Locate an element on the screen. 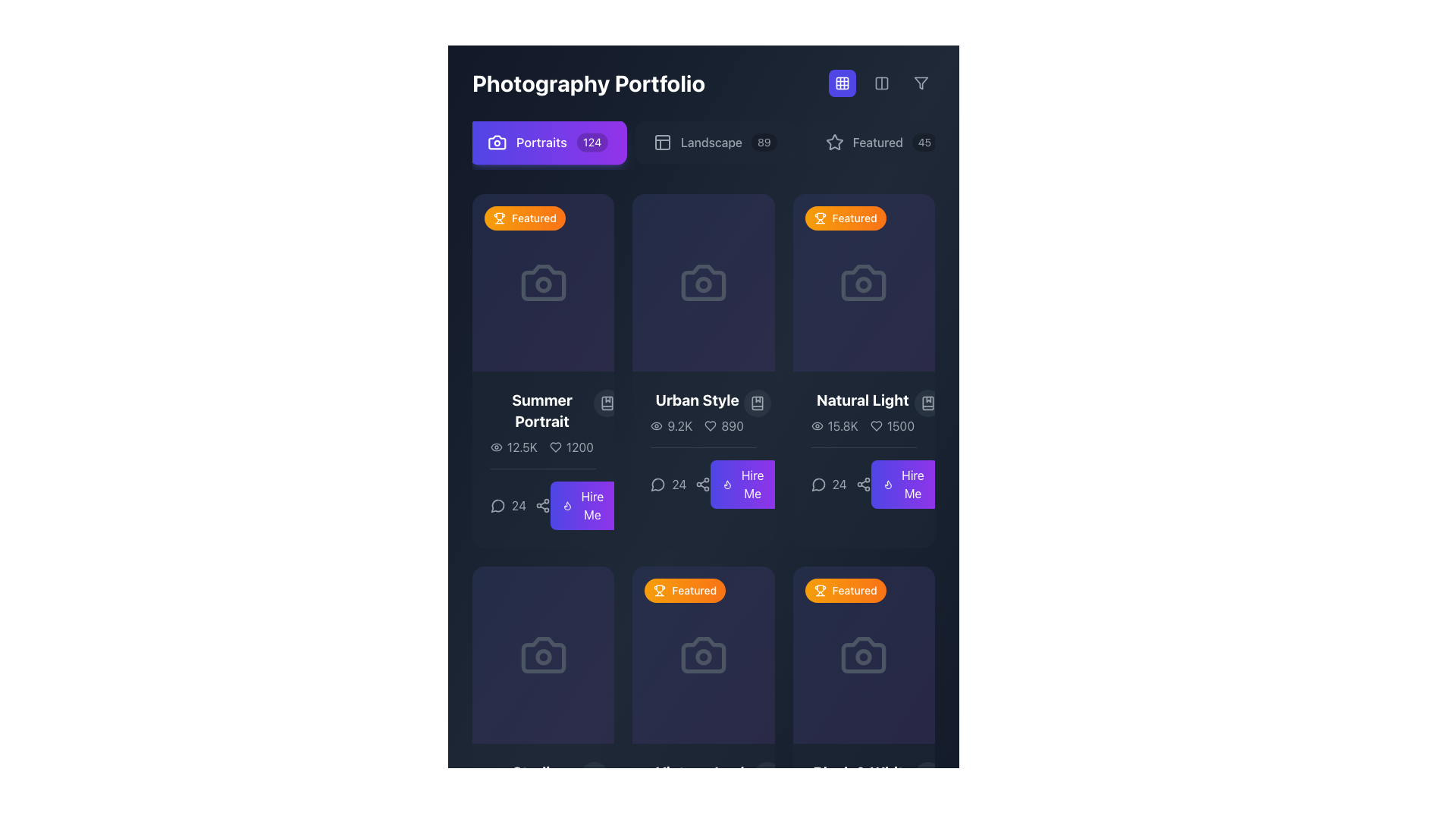 This screenshot has height=819, width=1456. the camera body vector shape within the SVG in the third card of the second row, which is marked with the 'Featured' tag is located at coordinates (702, 654).